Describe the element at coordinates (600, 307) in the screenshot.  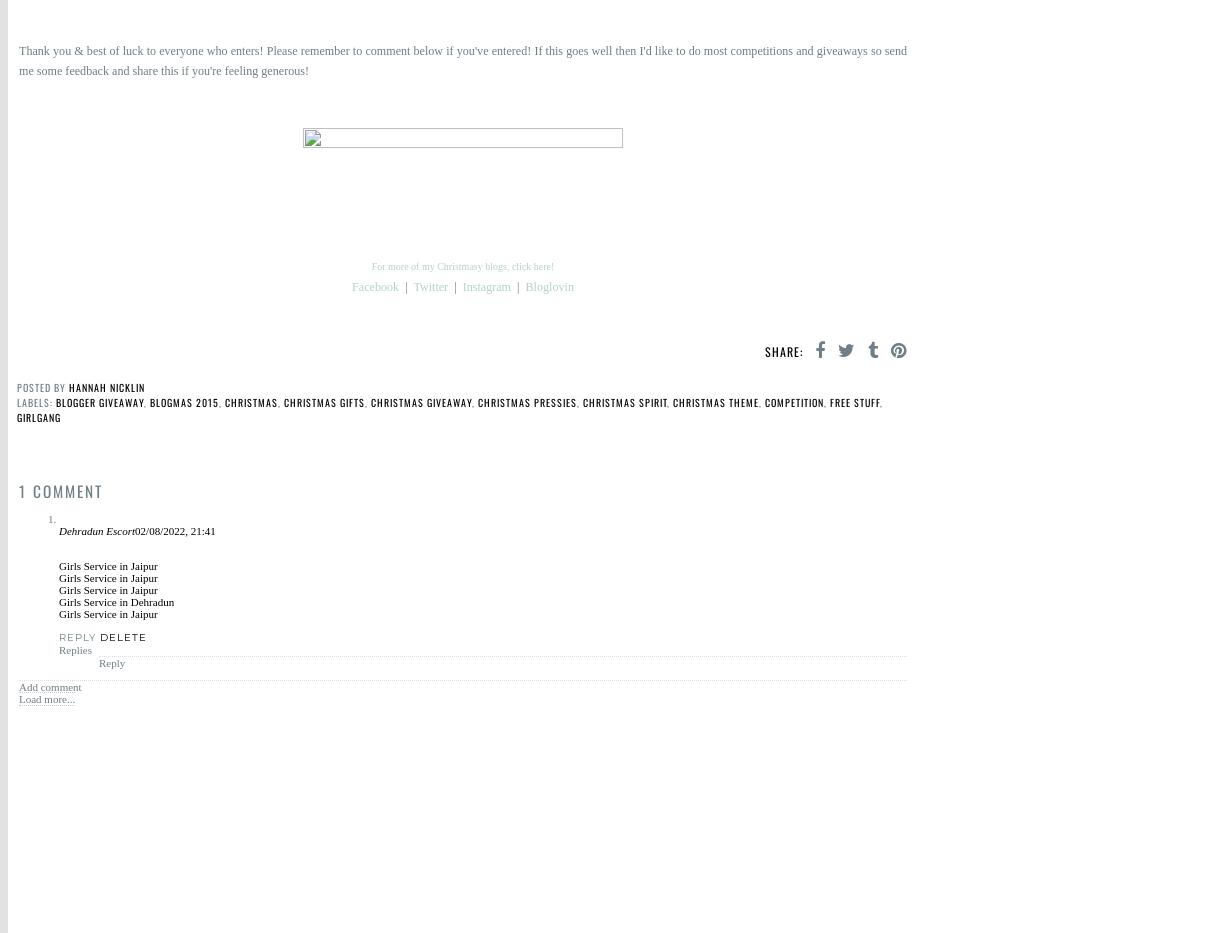
I see `'#Blogger'` at that location.